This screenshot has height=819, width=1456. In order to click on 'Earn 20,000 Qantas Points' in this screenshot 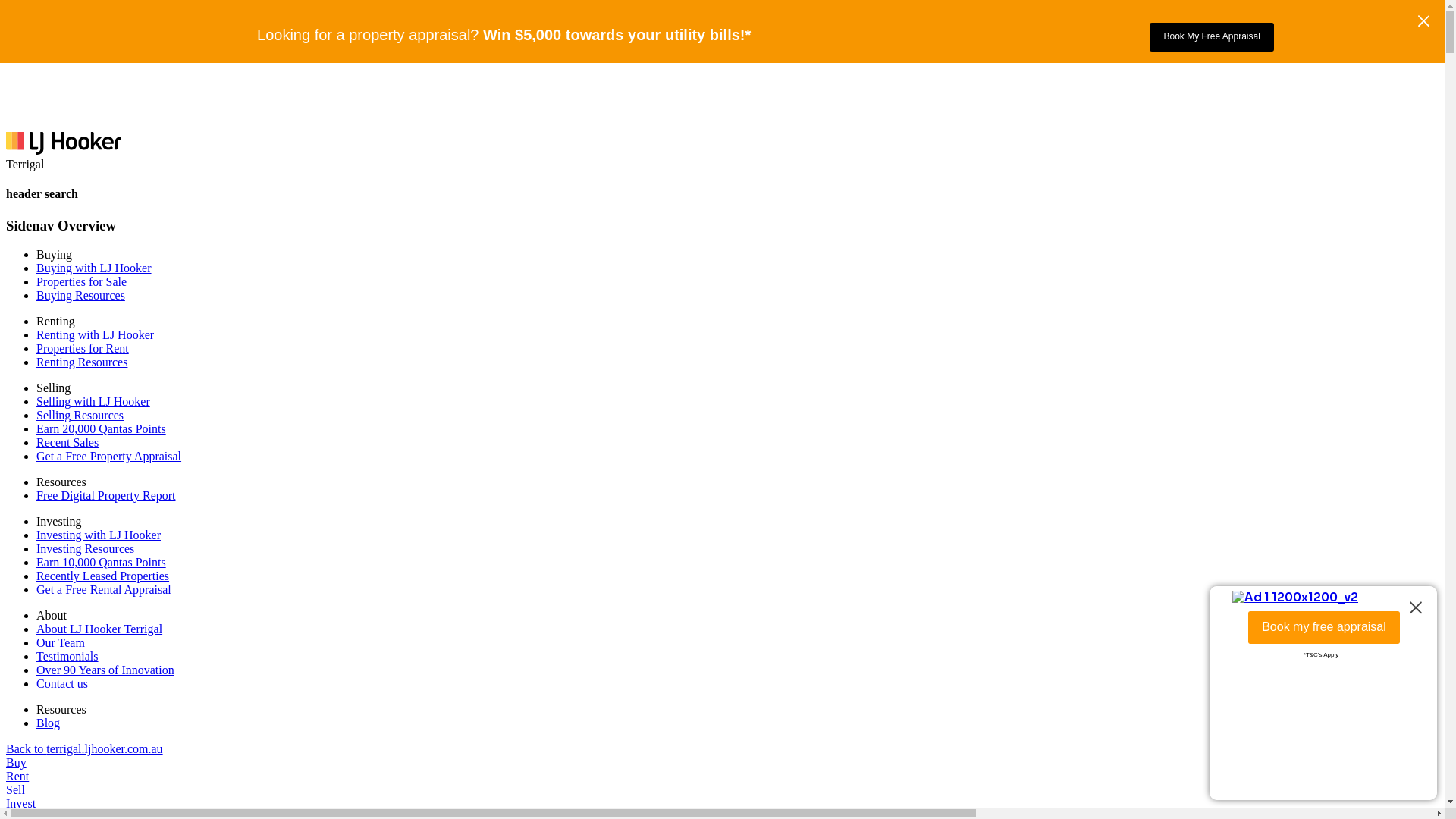, I will do `click(100, 428)`.